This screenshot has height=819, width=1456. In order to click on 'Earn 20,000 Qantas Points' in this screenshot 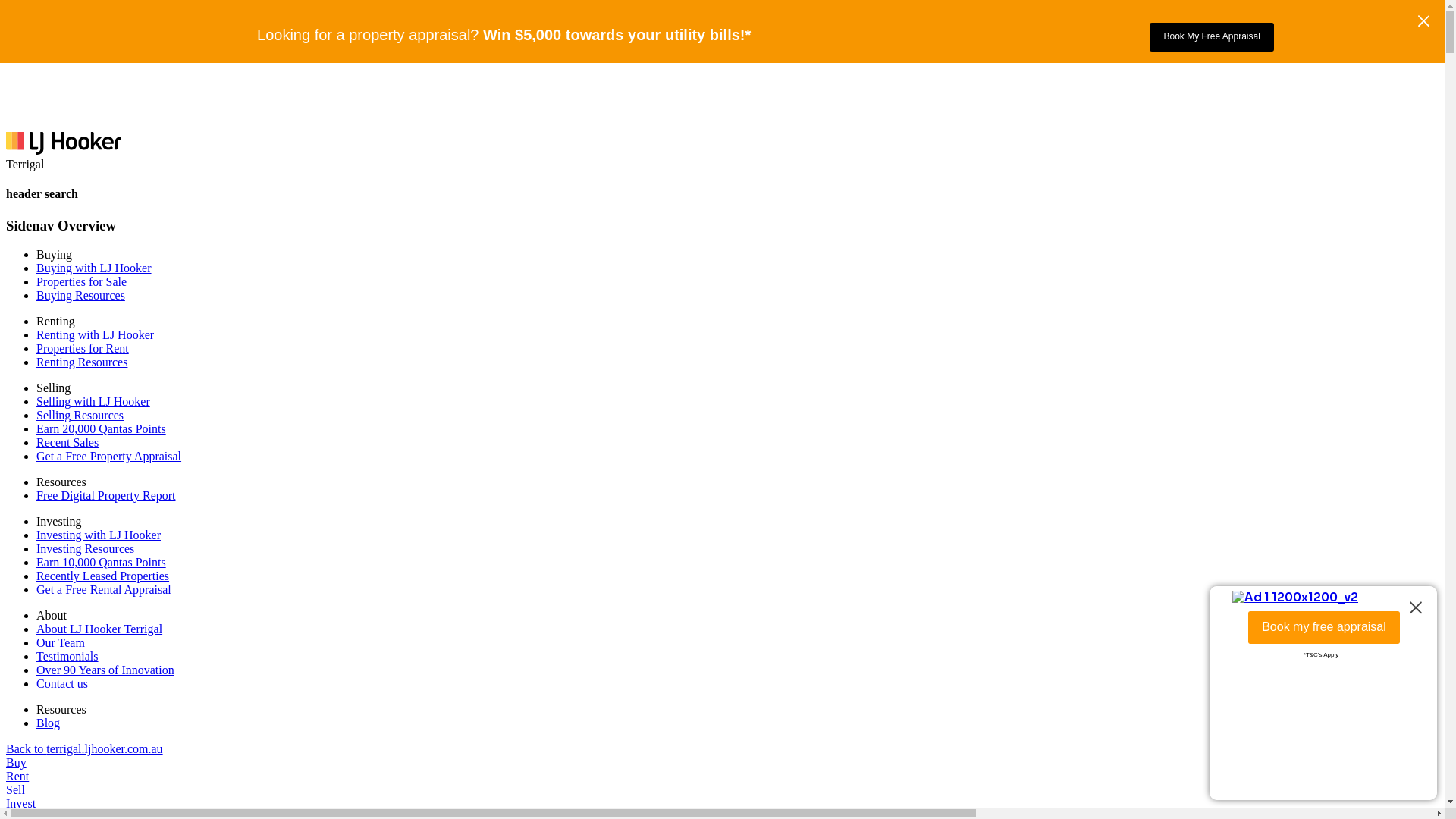, I will do `click(100, 428)`.